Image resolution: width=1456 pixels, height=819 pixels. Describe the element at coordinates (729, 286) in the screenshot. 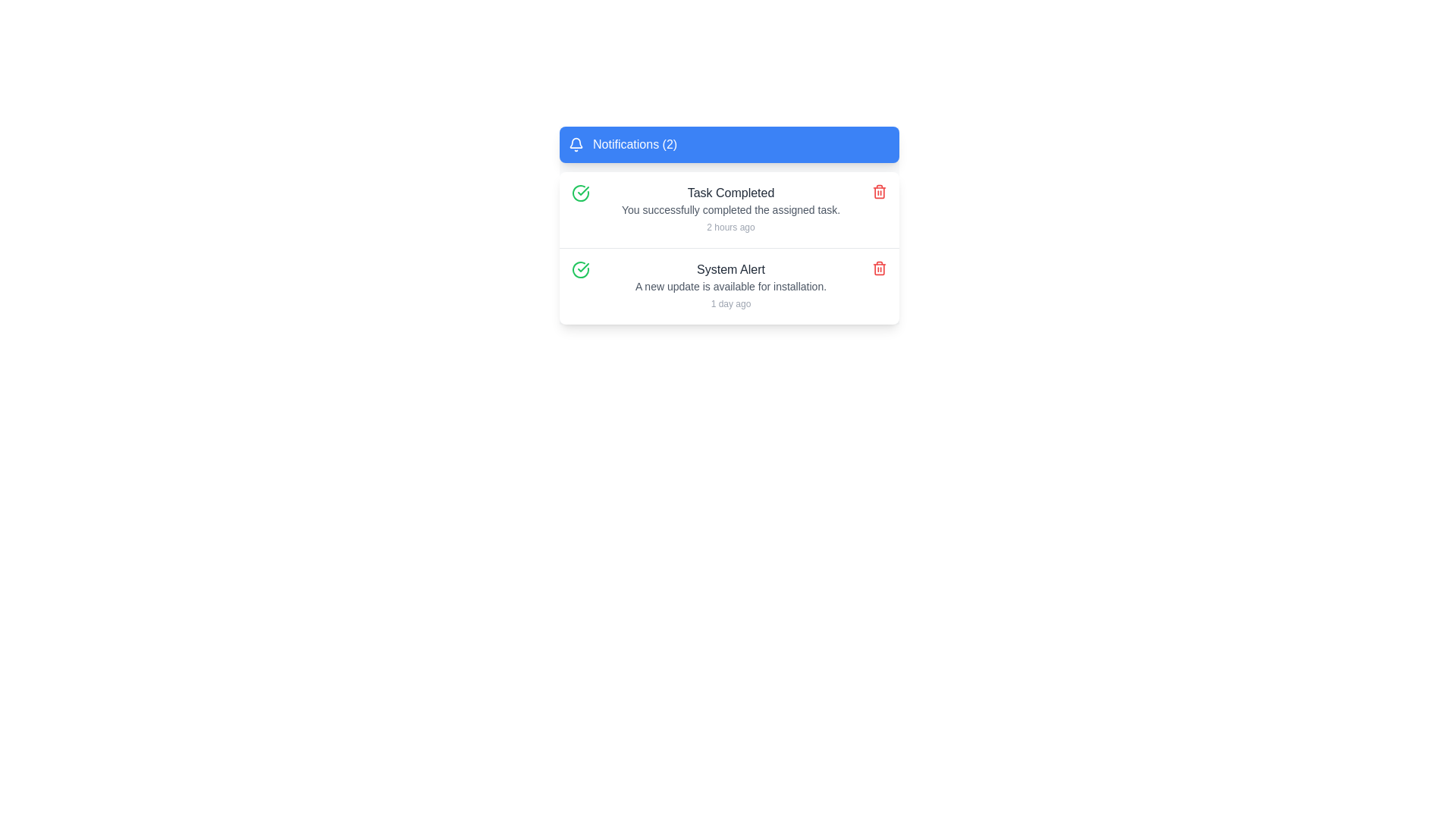

I see `the second notification card in the notification area` at that location.